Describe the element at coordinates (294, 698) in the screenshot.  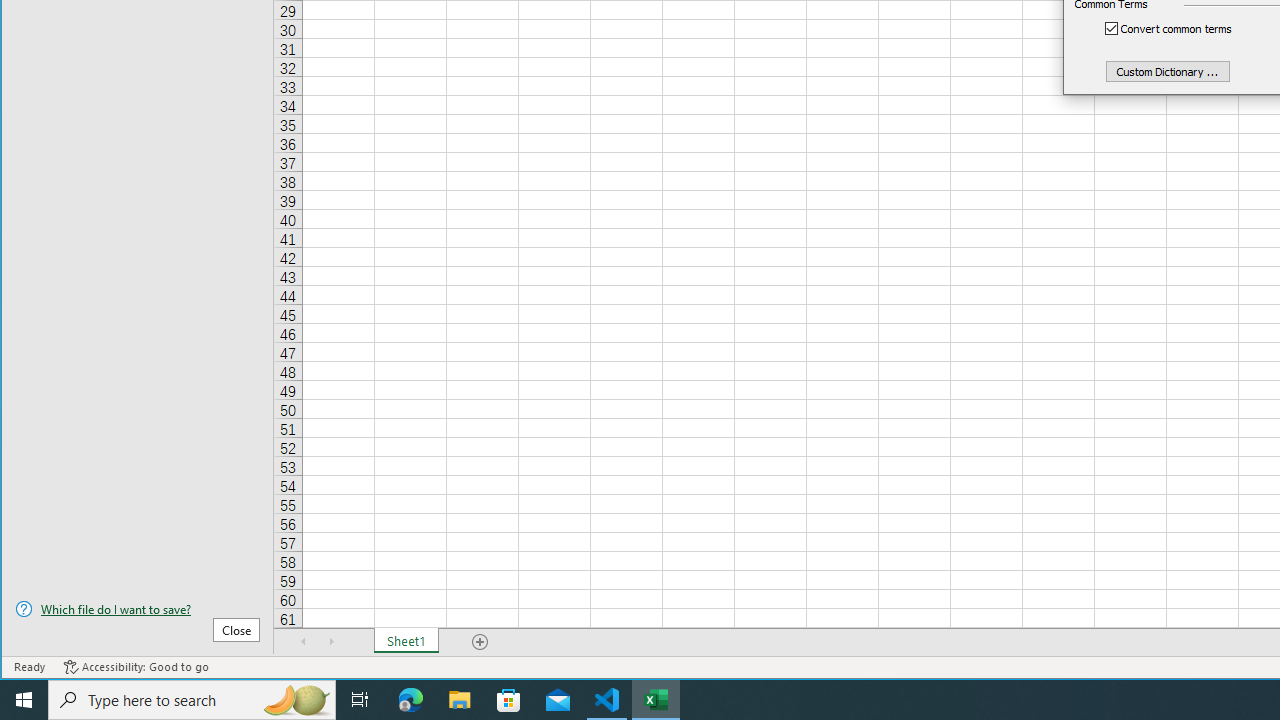
I see `'Search highlights icon opens search home window'` at that location.